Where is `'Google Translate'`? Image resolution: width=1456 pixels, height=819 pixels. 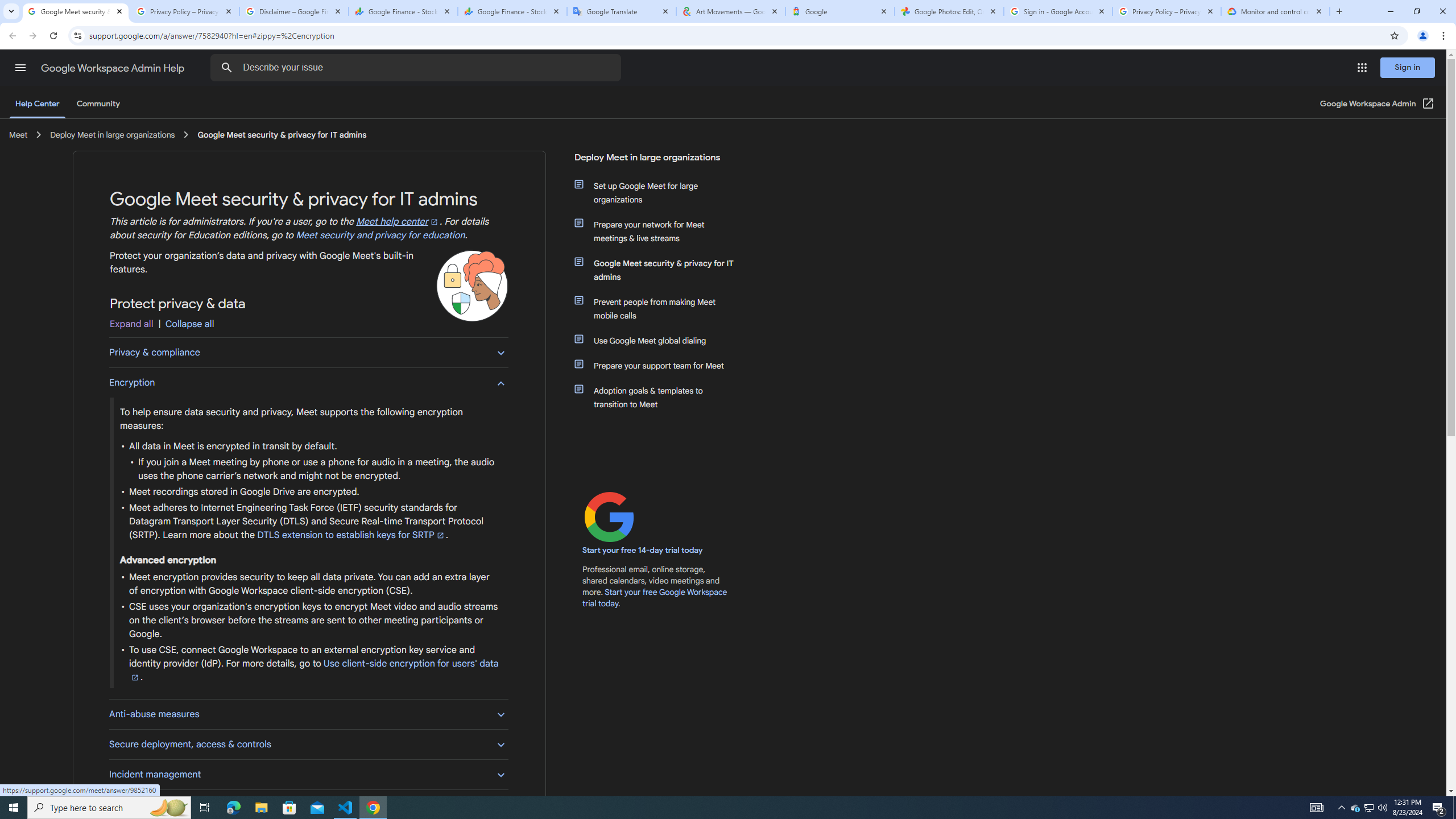
'Google Translate' is located at coordinates (621, 11).